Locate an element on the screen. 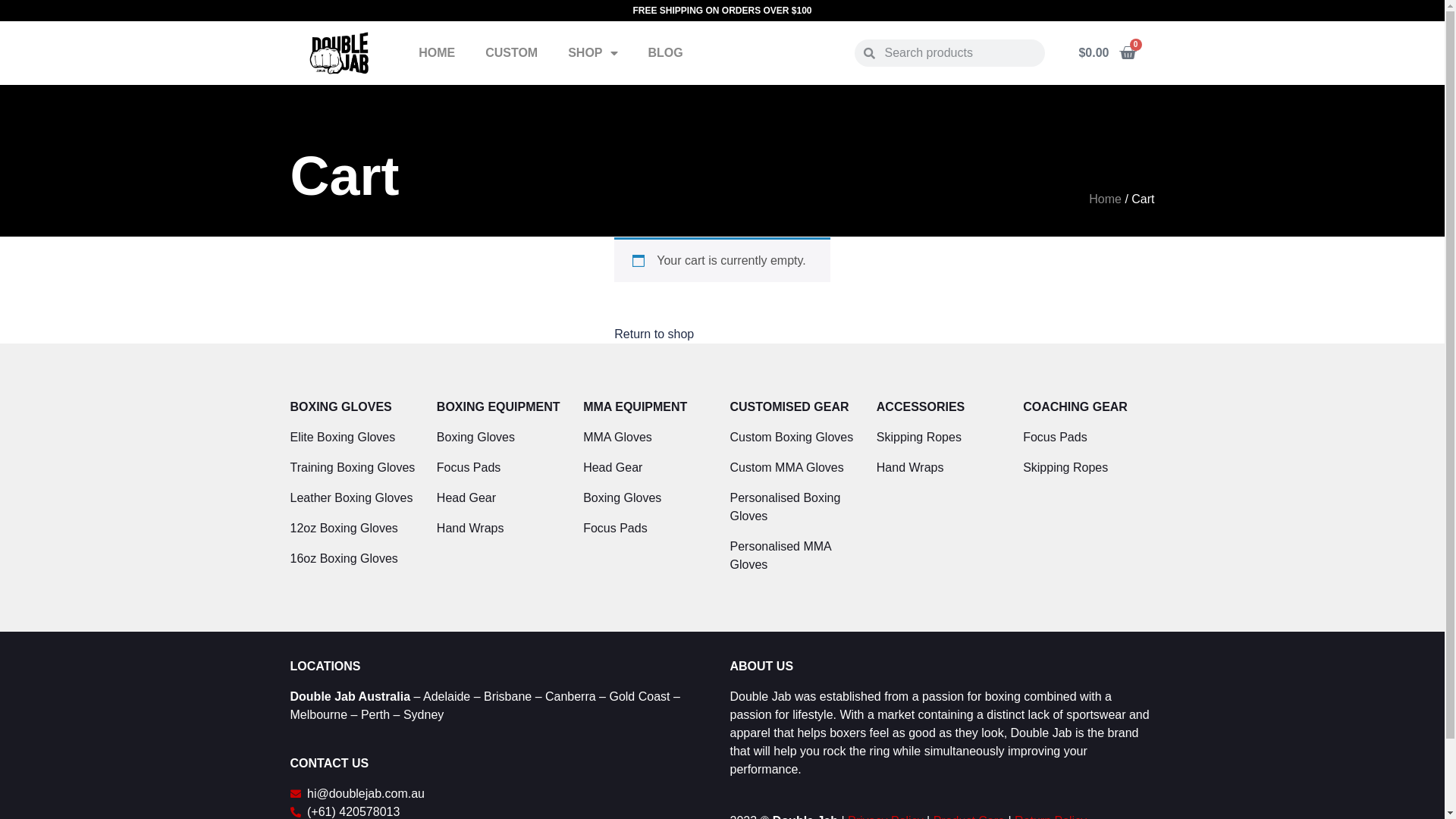 The height and width of the screenshot is (819, 1456). 'Training Boxing Gloves' is located at coordinates (354, 467).